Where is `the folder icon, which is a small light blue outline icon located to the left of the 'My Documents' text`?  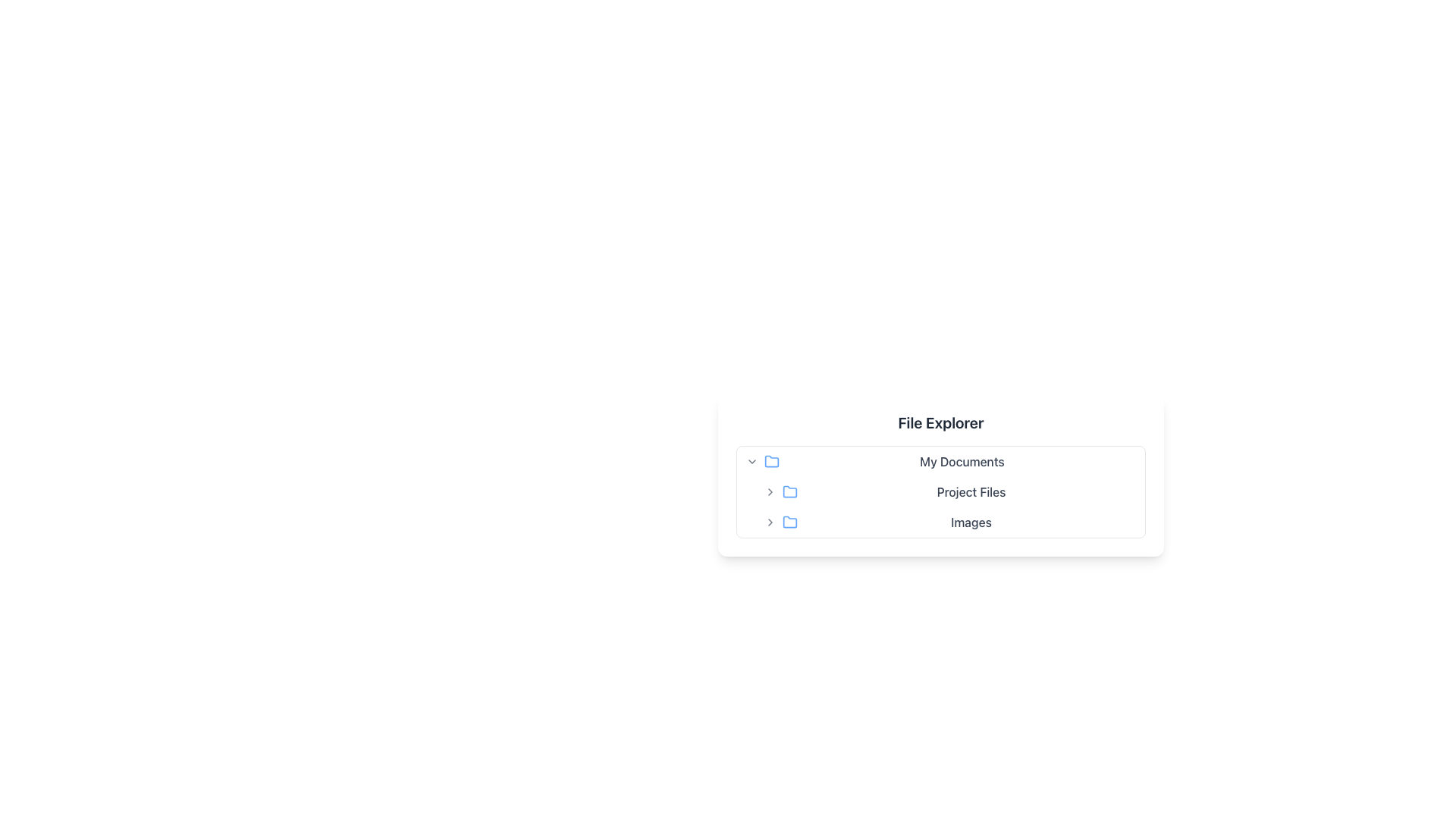 the folder icon, which is a small light blue outline icon located to the left of the 'My Documents' text is located at coordinates (771, 461).